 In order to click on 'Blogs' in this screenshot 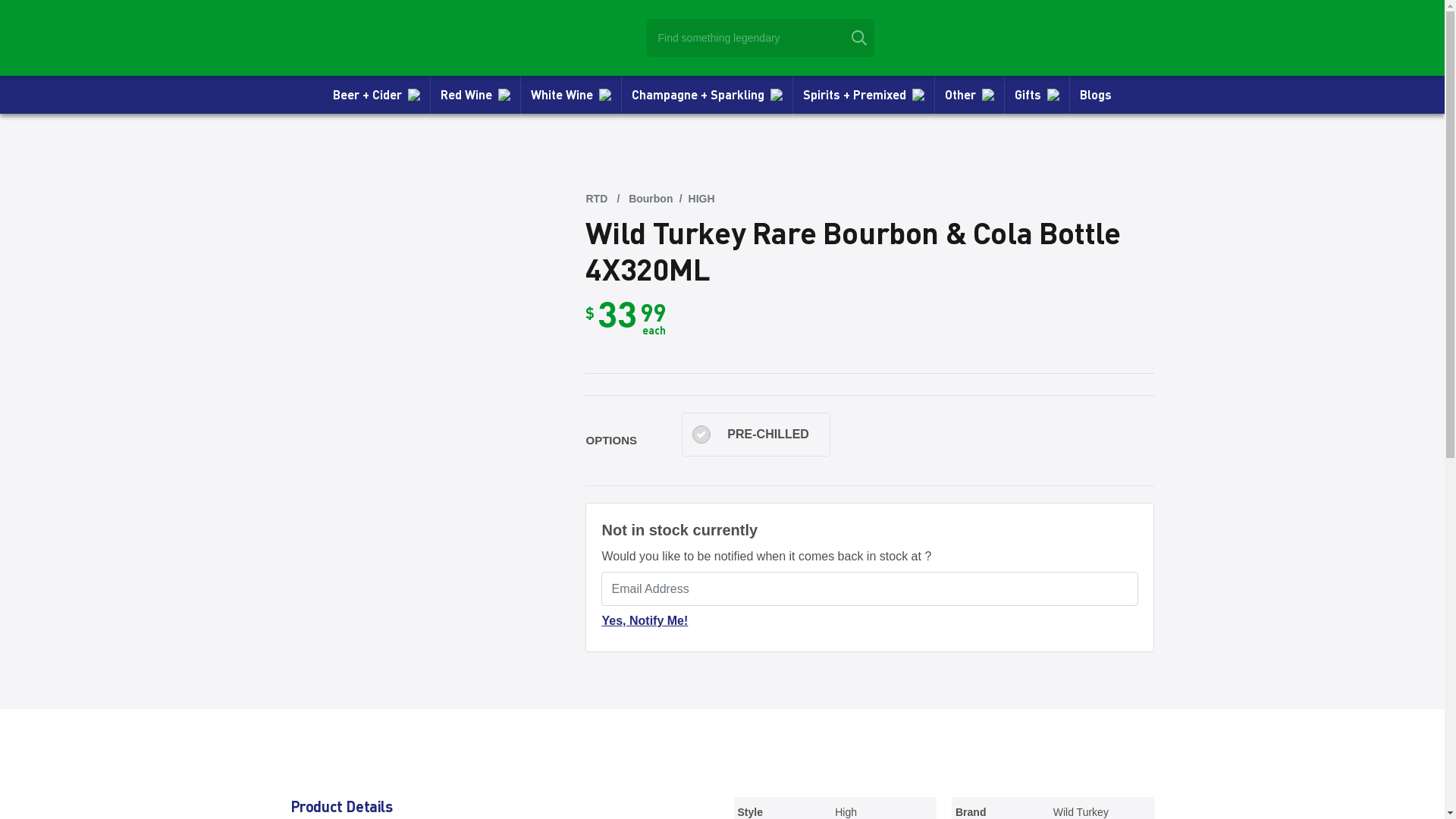, I will do `click(1095, 94)`.